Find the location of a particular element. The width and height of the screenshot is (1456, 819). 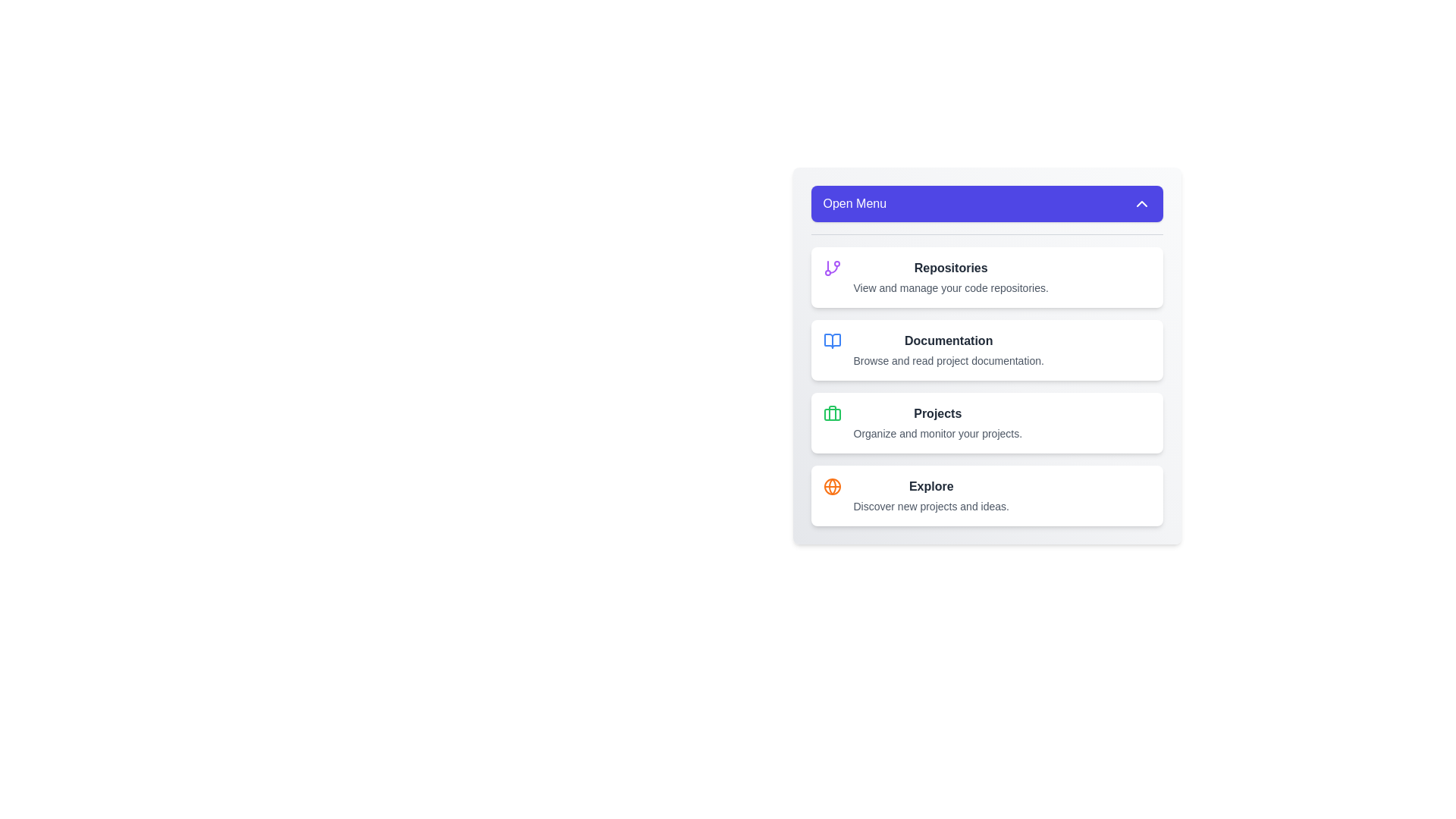

the visual representation of the 'Explore' menu icon located to the left of the 'Explore' text in the fourth row of the menu is located at coordinates (831, 486).